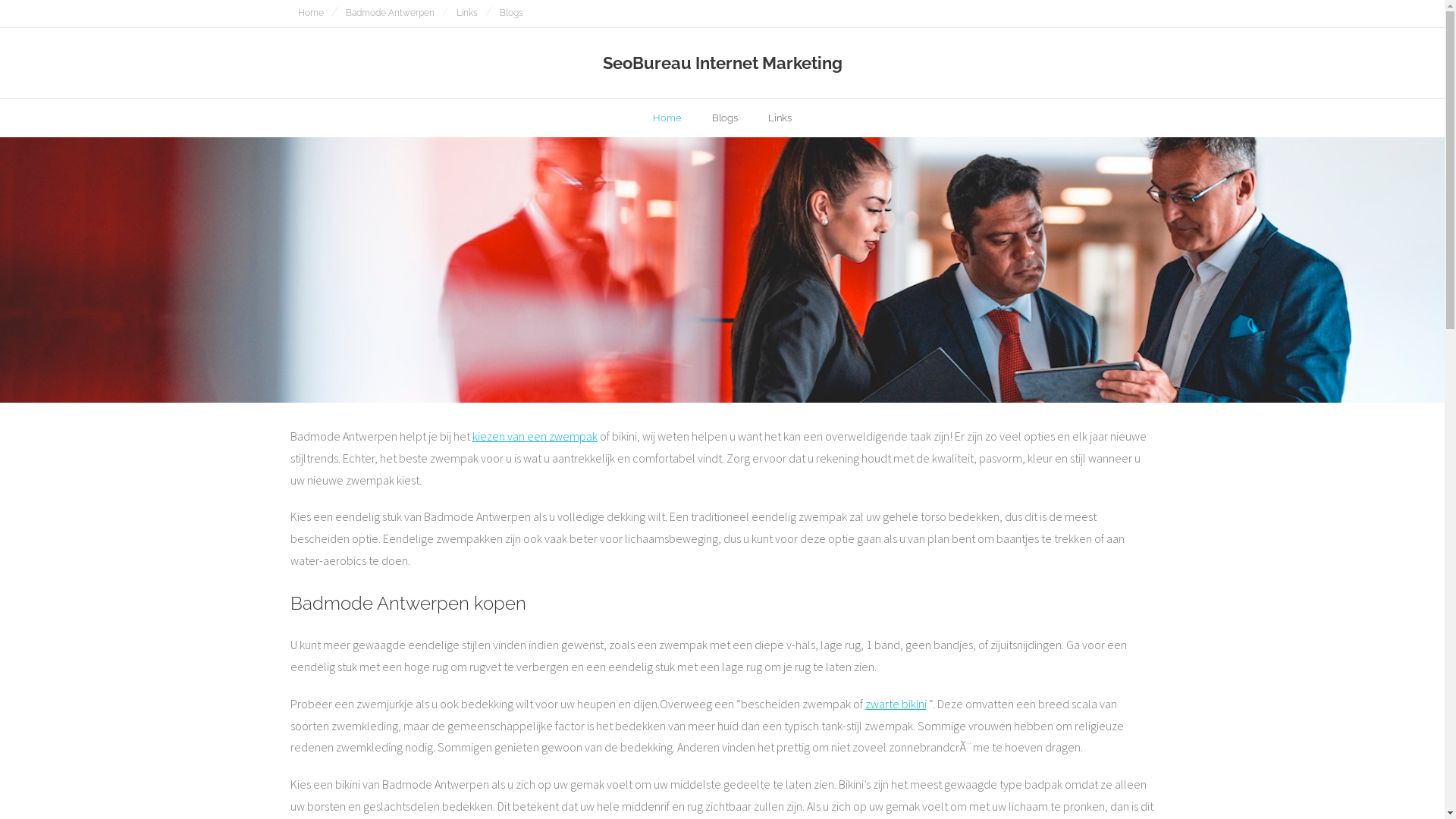 The image size is (1456, 819). What do you see at coordinates (721, 62) in the screenshot?
I see `'SeoBureau Internet Marketing'` at bounding box center [721, 62].